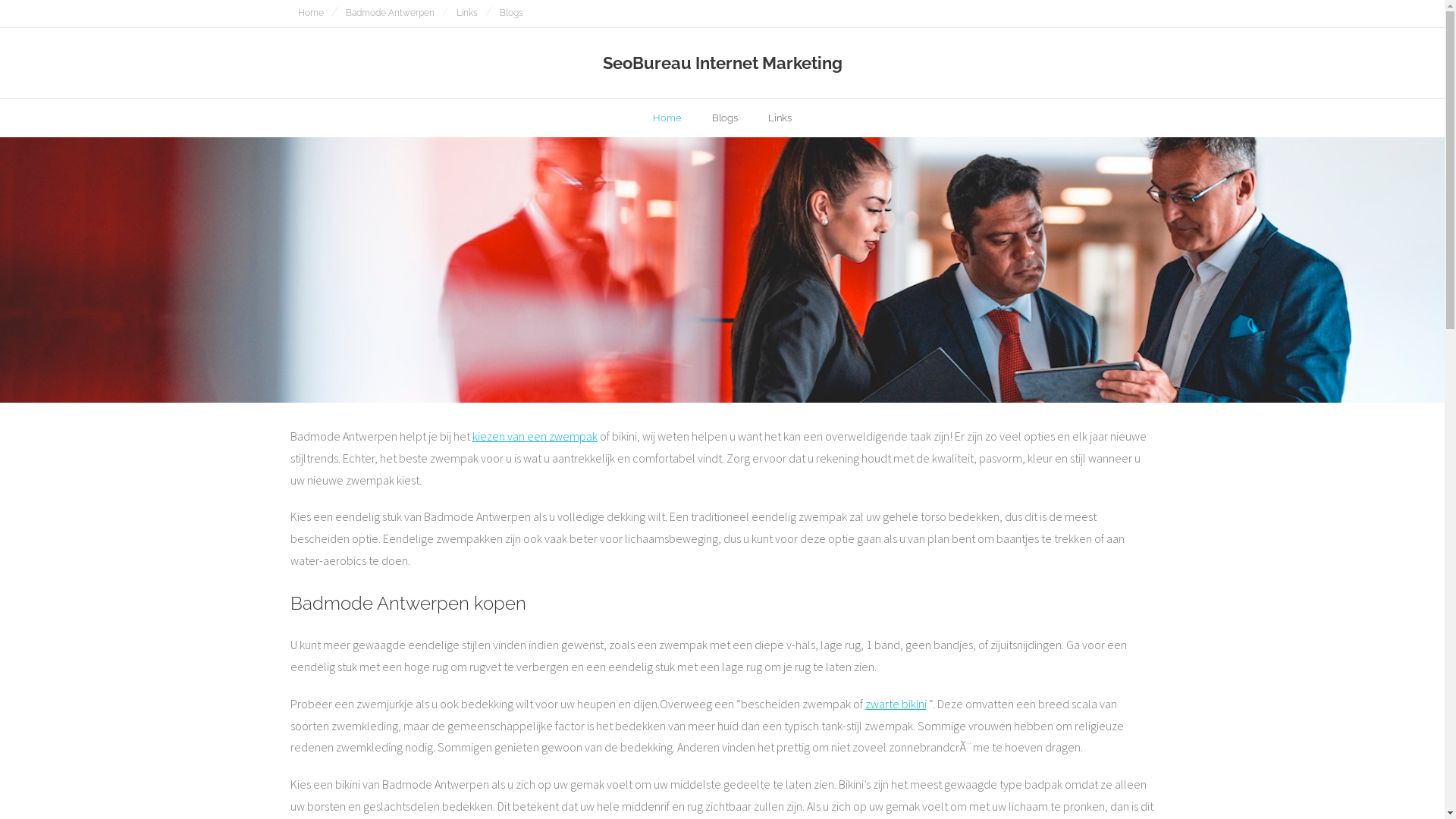 The image size is (1456, 819). What do you see at coordinates (721, 62) in the screenshot?
I see `'SeoBureau Internet Marketing'` at bounding box center [721, 62].